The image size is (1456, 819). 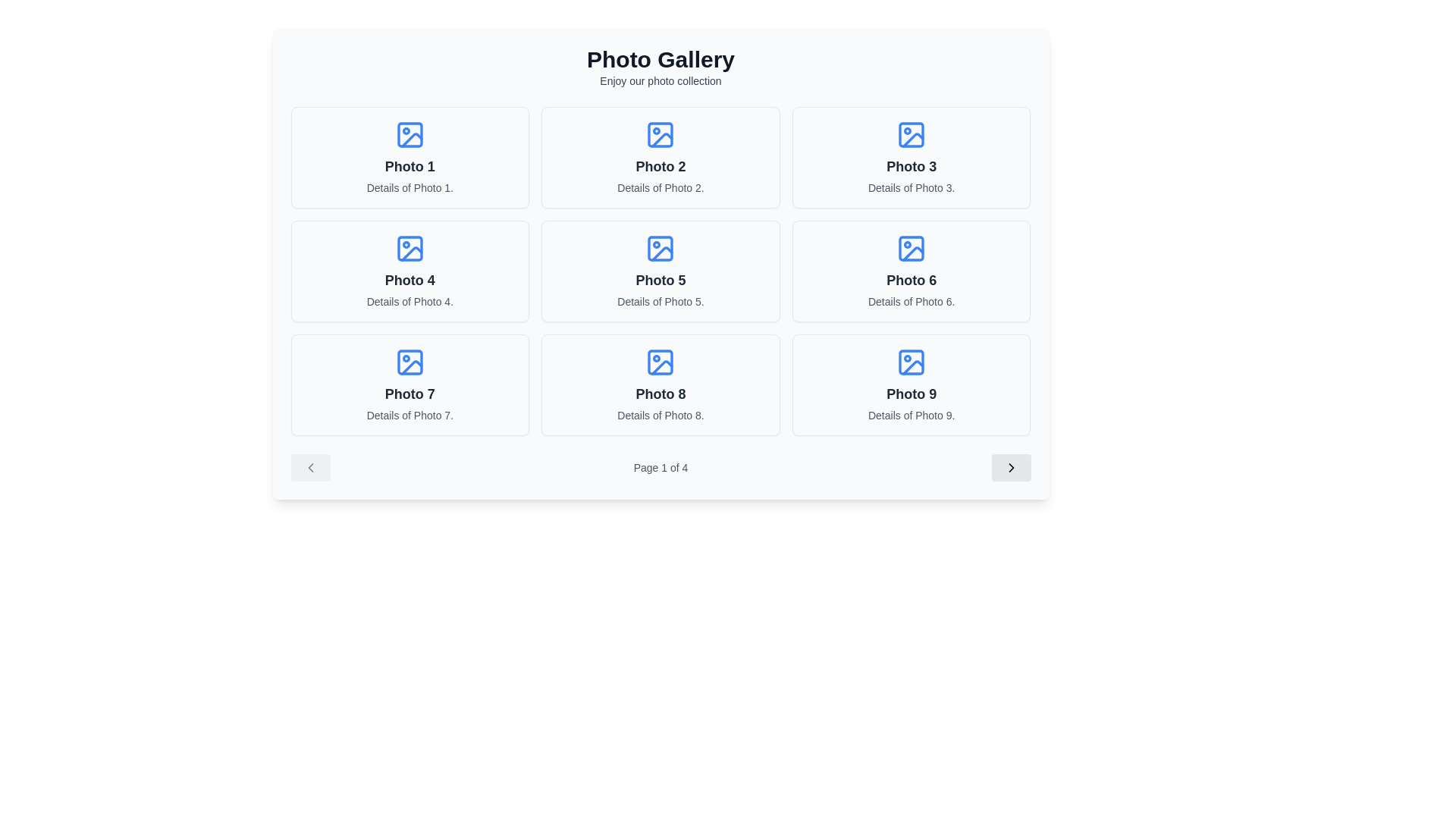 What do you see at coordinates (911, 362) in the screenshot?
I see `the image icon representing 'Photo 9', which has a blue outline and is located above the descriptive text for 'Photo 9' in the bottom-right corner of a 3x3 grid layout` at bounding box center [911, 362].